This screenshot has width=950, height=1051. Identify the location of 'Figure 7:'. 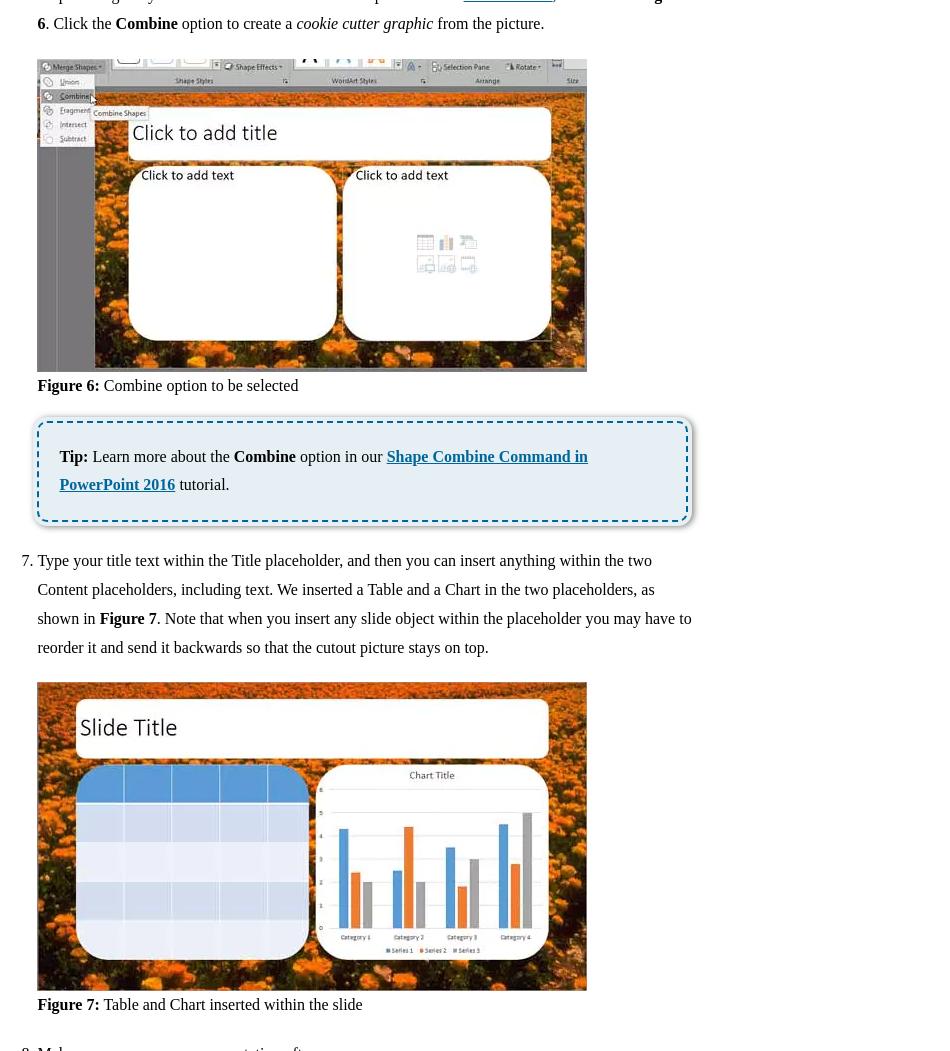
(68, 1004).